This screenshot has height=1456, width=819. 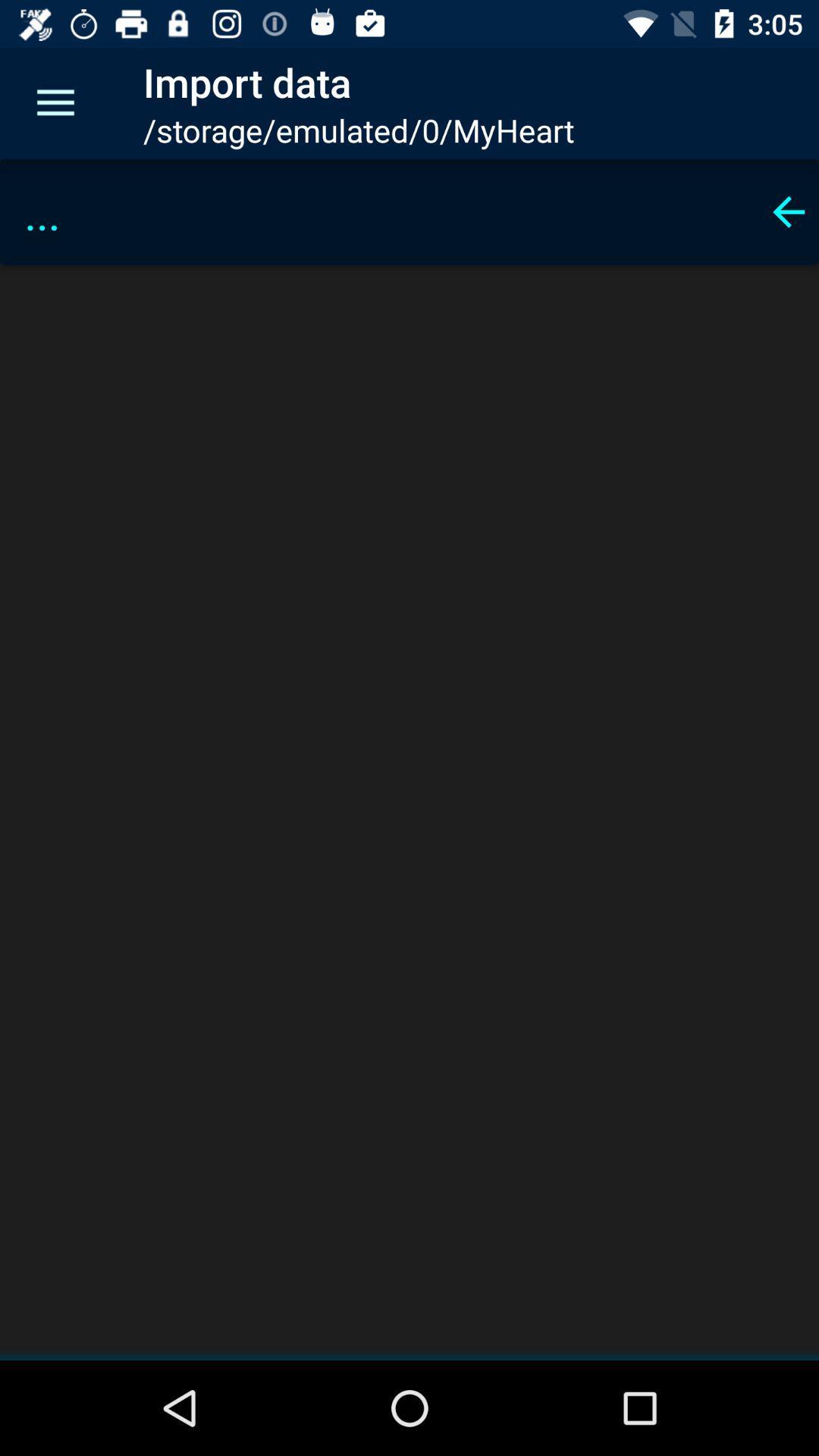 I want to click on the ... item, so click(x=384, y=211).